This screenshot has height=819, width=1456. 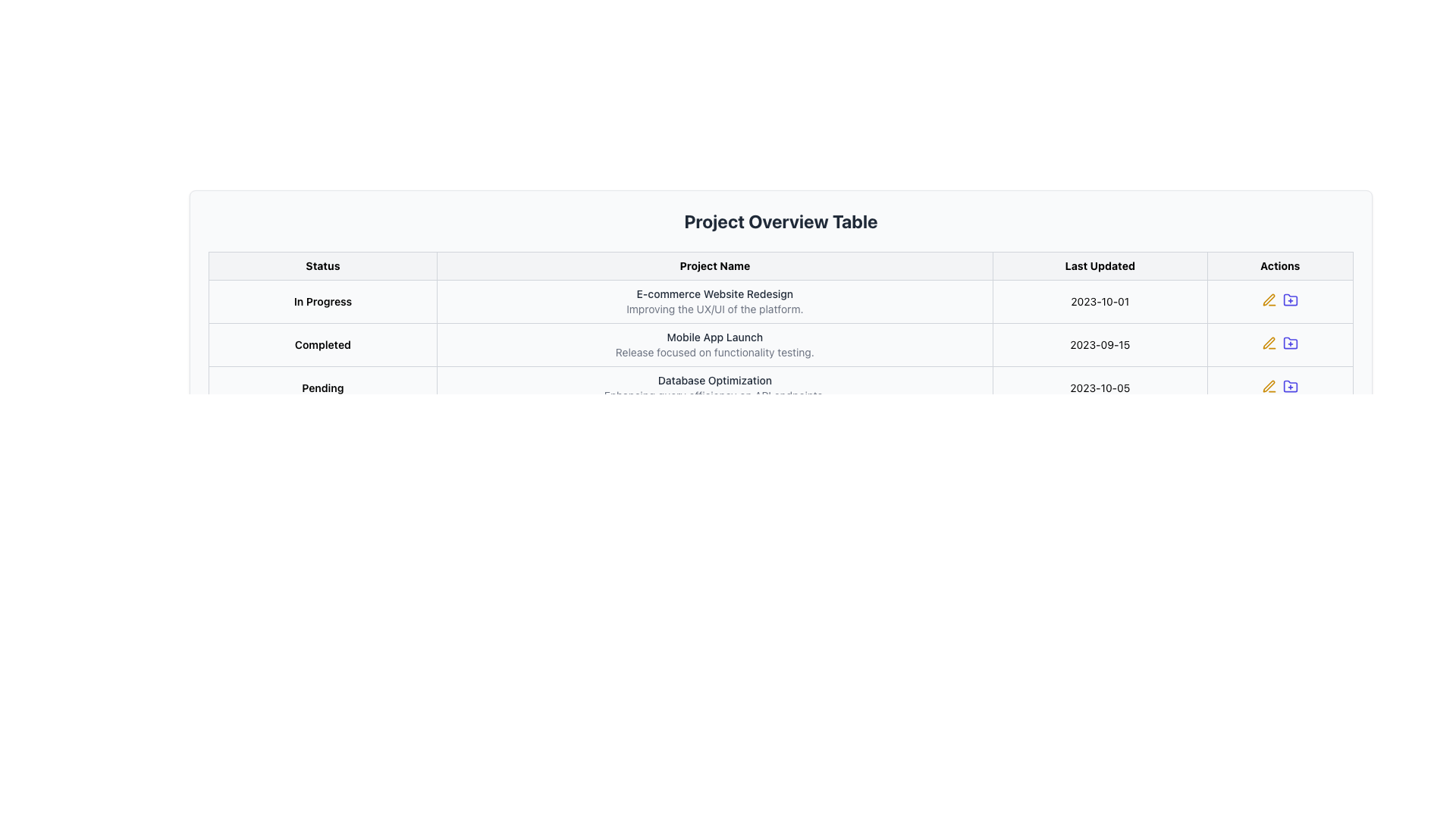 What do you see at coordinates (781, 301) in the screenshot?
I see `the first row of the project overview table to change its background color` at bounding box center [781, 301].